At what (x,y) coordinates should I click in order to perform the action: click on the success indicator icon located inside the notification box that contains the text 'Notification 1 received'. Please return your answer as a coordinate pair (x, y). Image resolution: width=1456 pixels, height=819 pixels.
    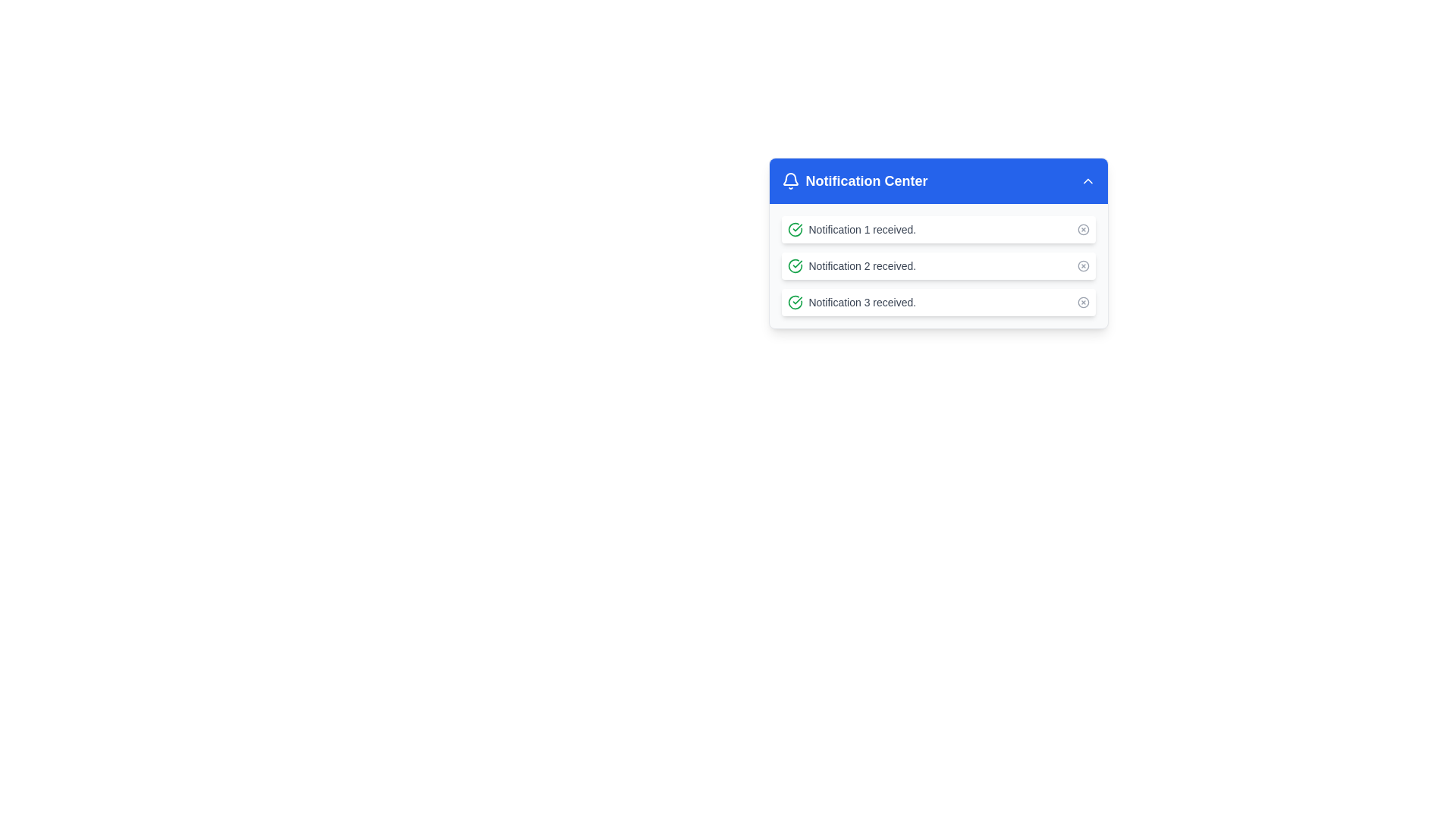
    Looking at the image, I should click on (794, 230).